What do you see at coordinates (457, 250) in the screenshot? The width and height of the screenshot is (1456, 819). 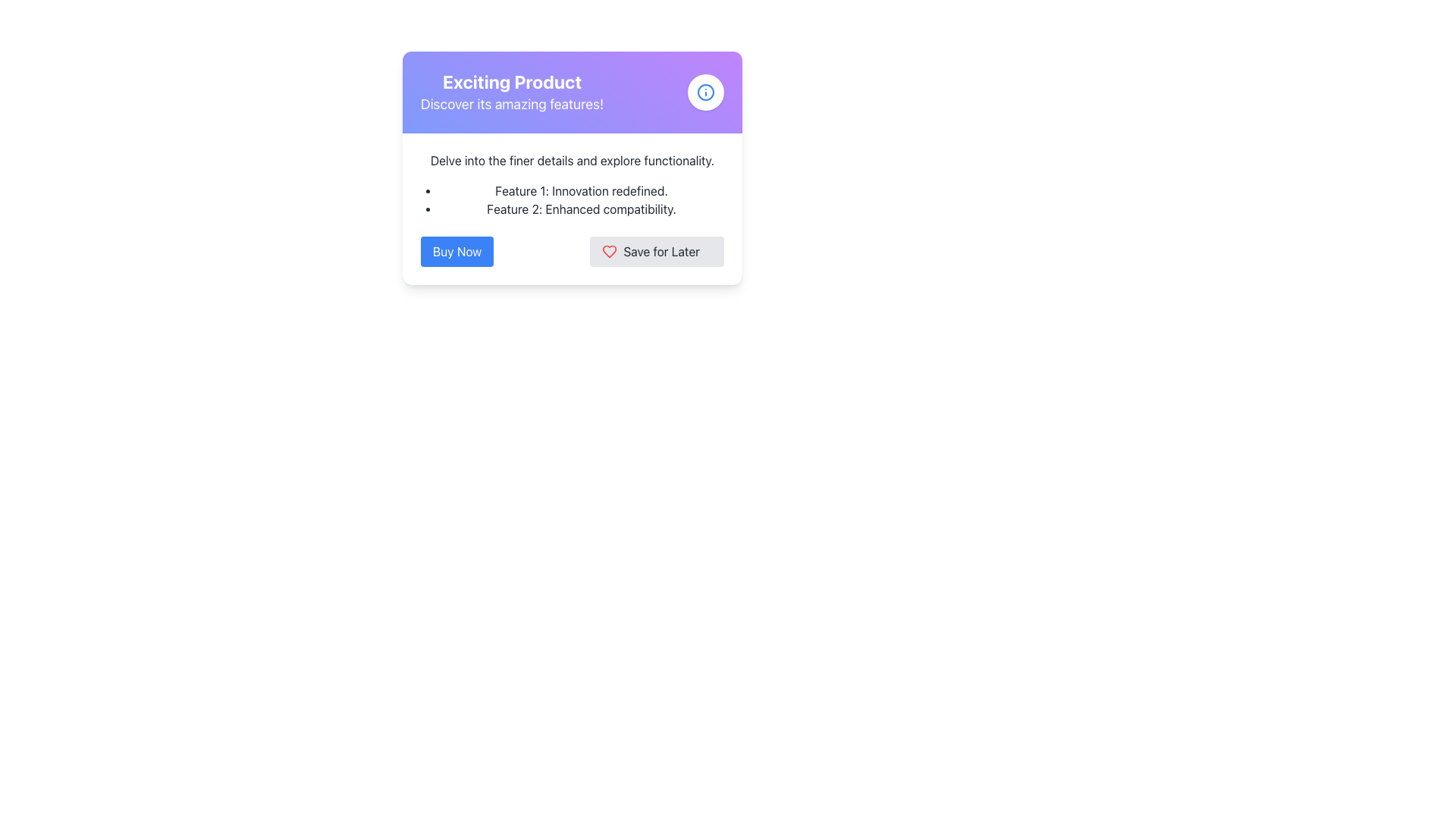 I see `the left-most blue rectangular button labeled 'Buy Now' to initiate a purchase` at bounding box center [457, 250].